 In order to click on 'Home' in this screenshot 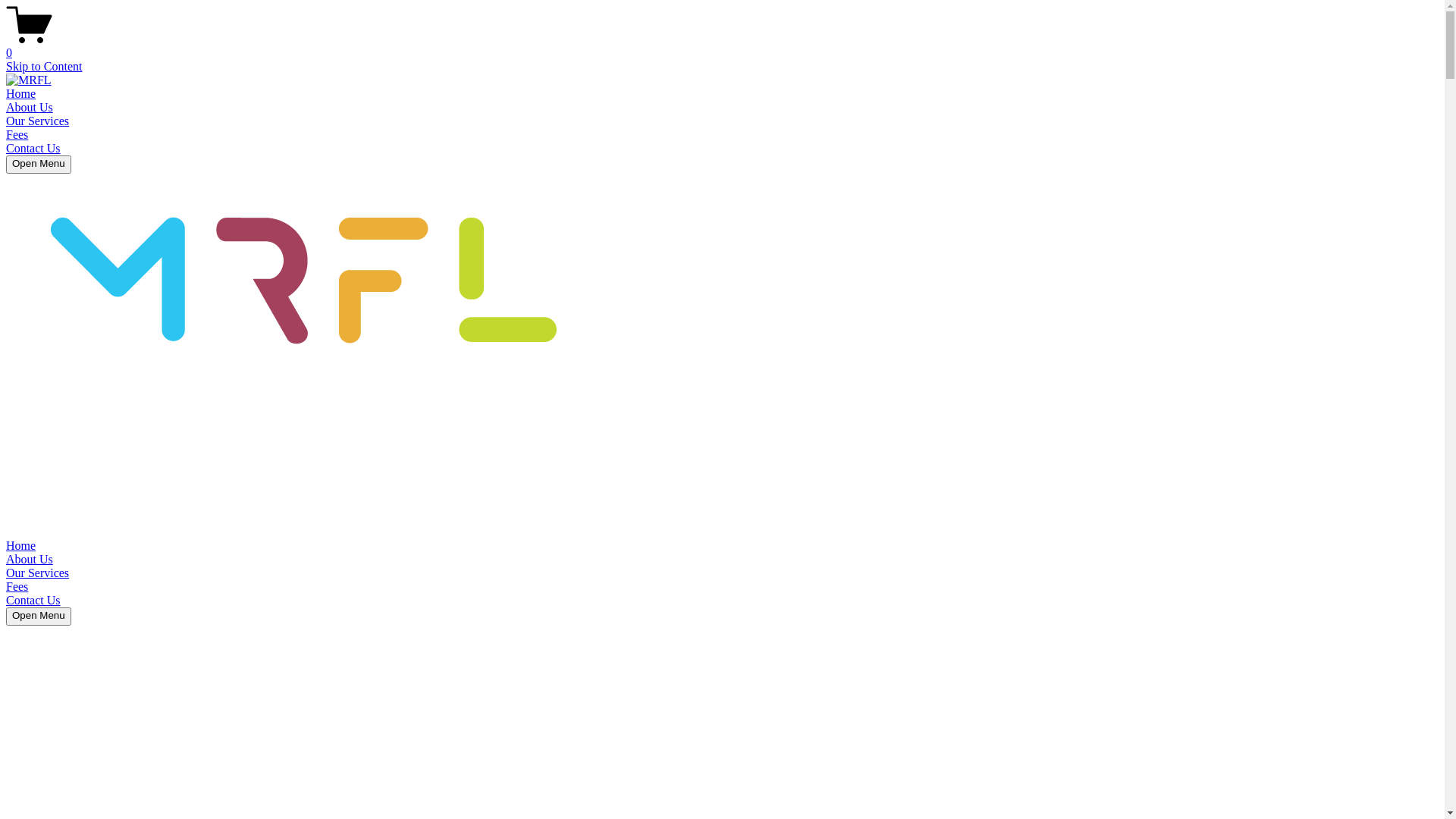, I will do `click(20, 93)`.